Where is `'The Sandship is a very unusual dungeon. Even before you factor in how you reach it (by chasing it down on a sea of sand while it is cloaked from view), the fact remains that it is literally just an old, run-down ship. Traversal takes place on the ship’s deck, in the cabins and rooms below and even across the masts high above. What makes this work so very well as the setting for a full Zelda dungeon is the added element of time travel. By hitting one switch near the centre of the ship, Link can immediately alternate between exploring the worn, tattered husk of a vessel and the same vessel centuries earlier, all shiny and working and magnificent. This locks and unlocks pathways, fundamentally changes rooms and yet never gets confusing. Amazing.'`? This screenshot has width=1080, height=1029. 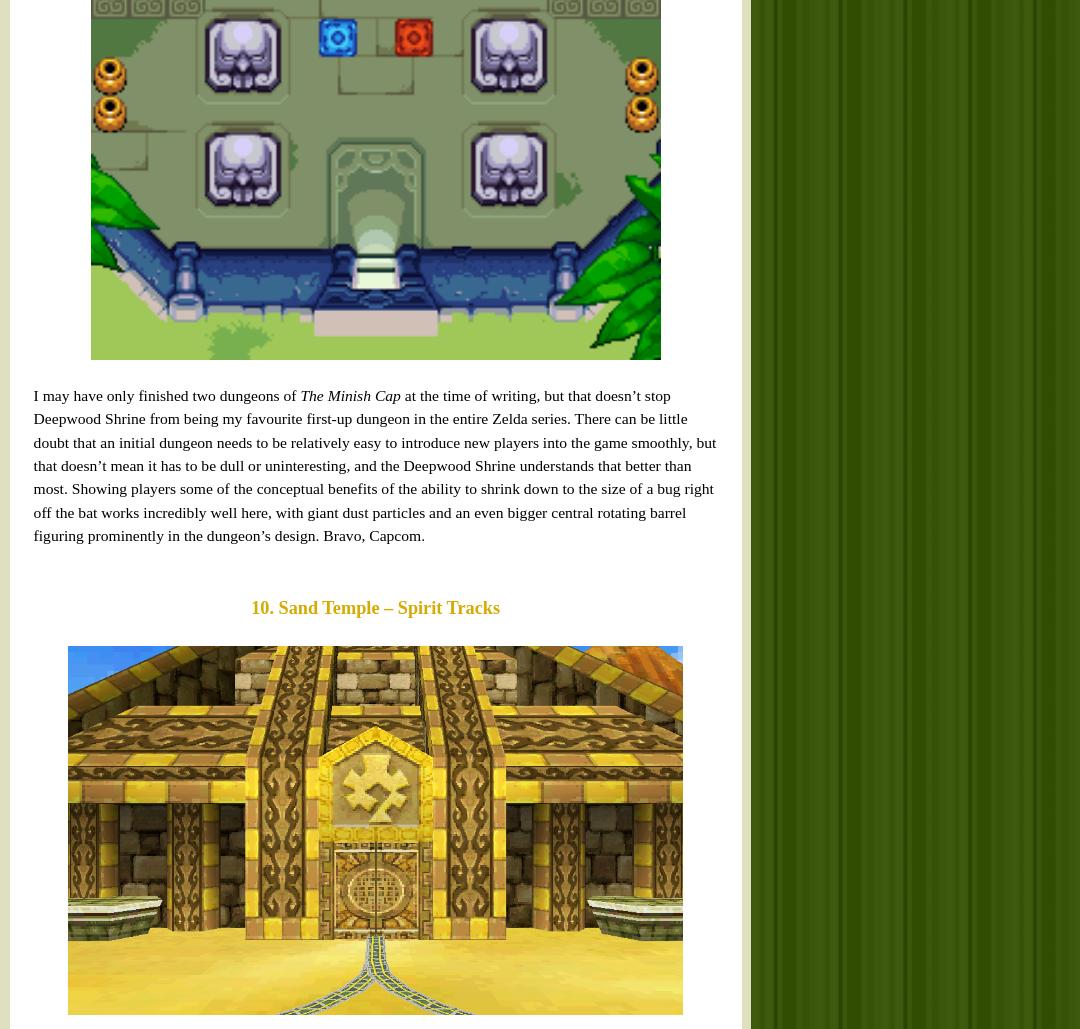 'The Sandship is a very unusual dungeon. Even before you factor in how you reach it (by chasing it down on a sea of sand while it is cloaked from view), the fact remains that it is literally just an old, run-down ship. Traversal takes place on the ship’s deck, in the cabins and rooms below and even across the masts high above. What makes this work so very well as the setting for a full Zelda dungeon is the added element of time travel. By hitting one switch near the centre of the ship, Link can immediately alternate between exploring the worn, tattered husk of a vessel and the same vessel centuries earlier, all shiny and working and magnificent. This locks and unlocks pathways, fundamentally changes rooms and yet never gets confusing. Amazing.' is located at coordinates (308, 771).